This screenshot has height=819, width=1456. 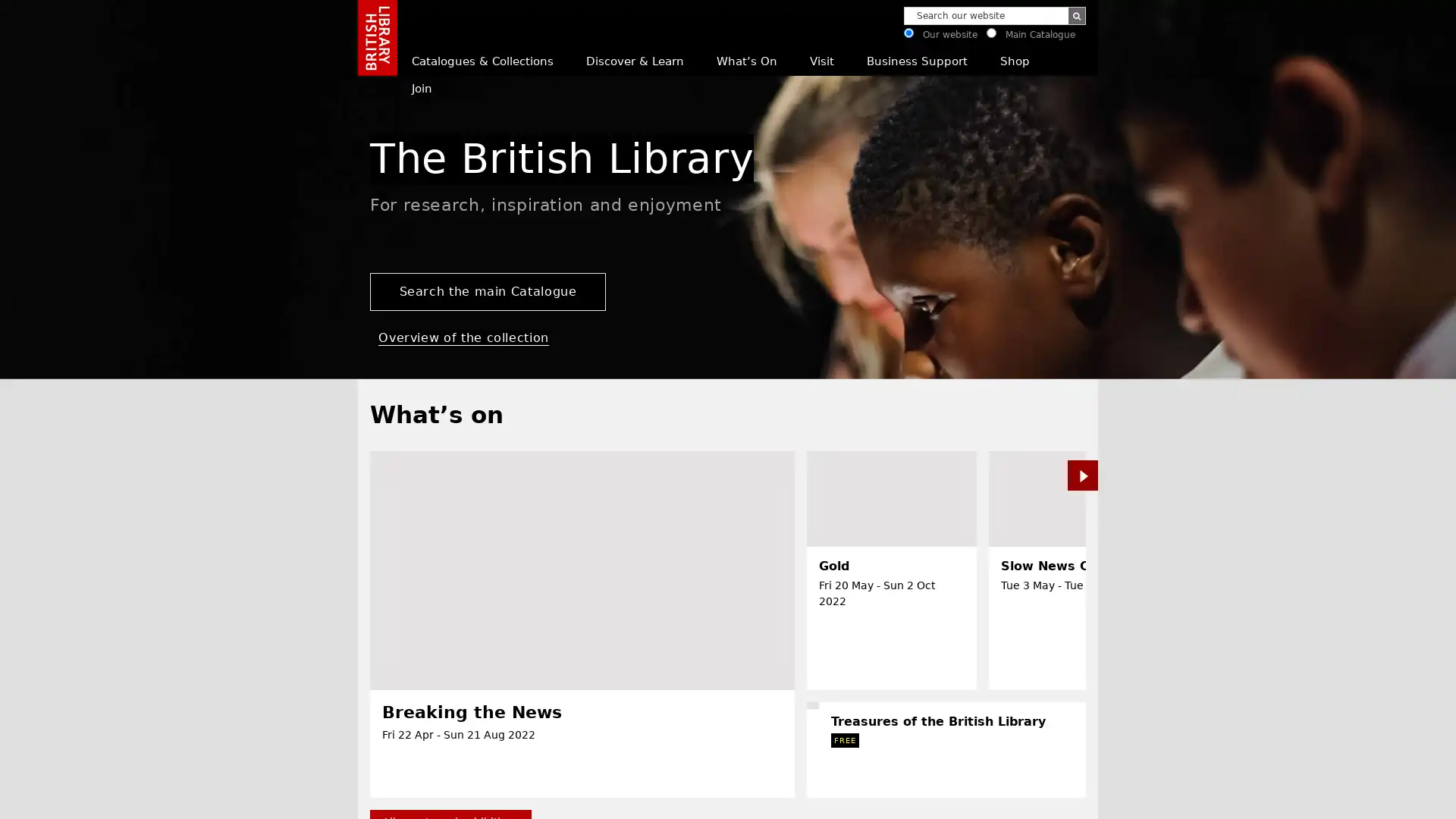 I want to click on Next, so click(x=1347, y=797).